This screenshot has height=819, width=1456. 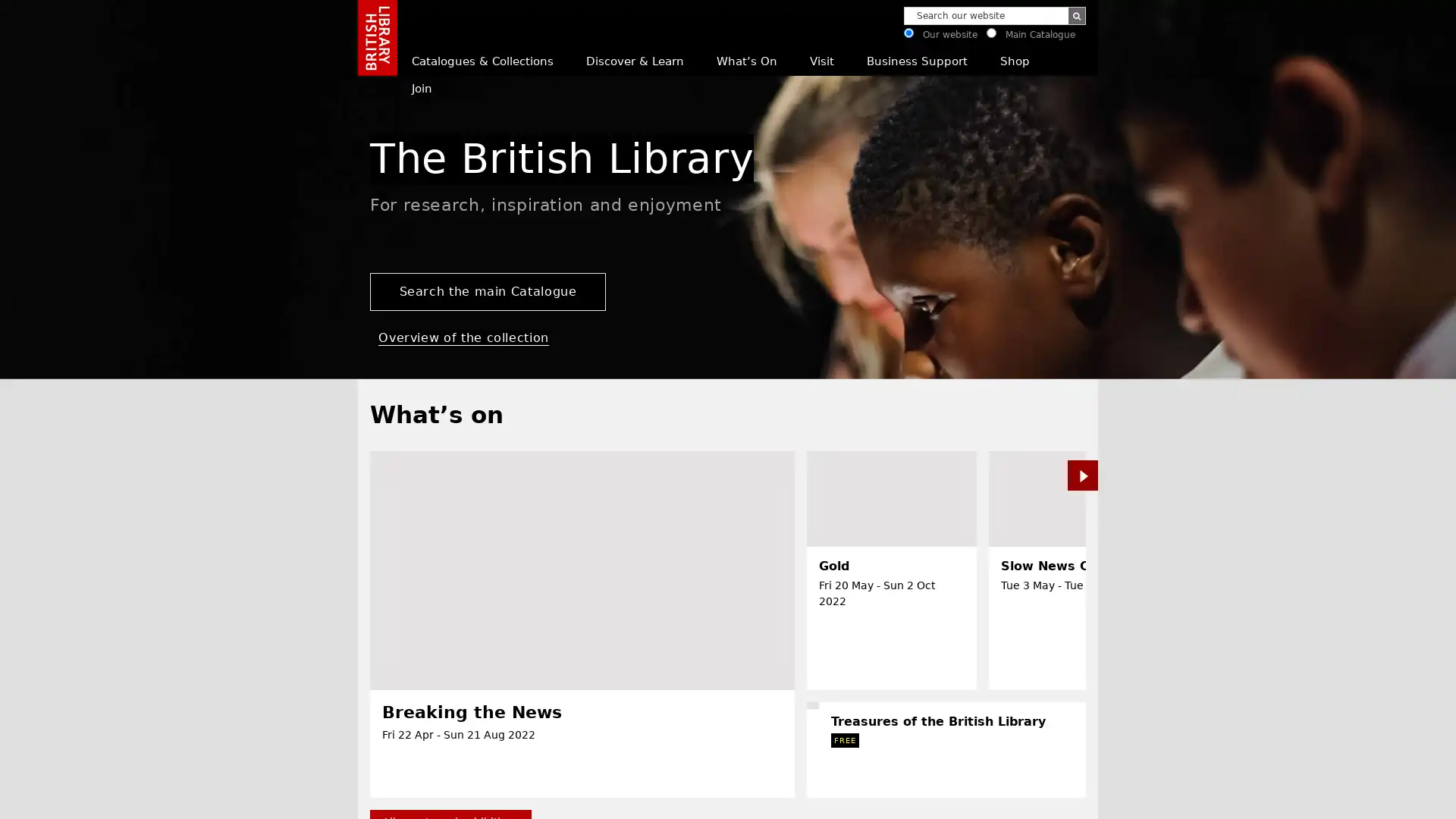 I want to click on Next, so click(x=1347, y=797).